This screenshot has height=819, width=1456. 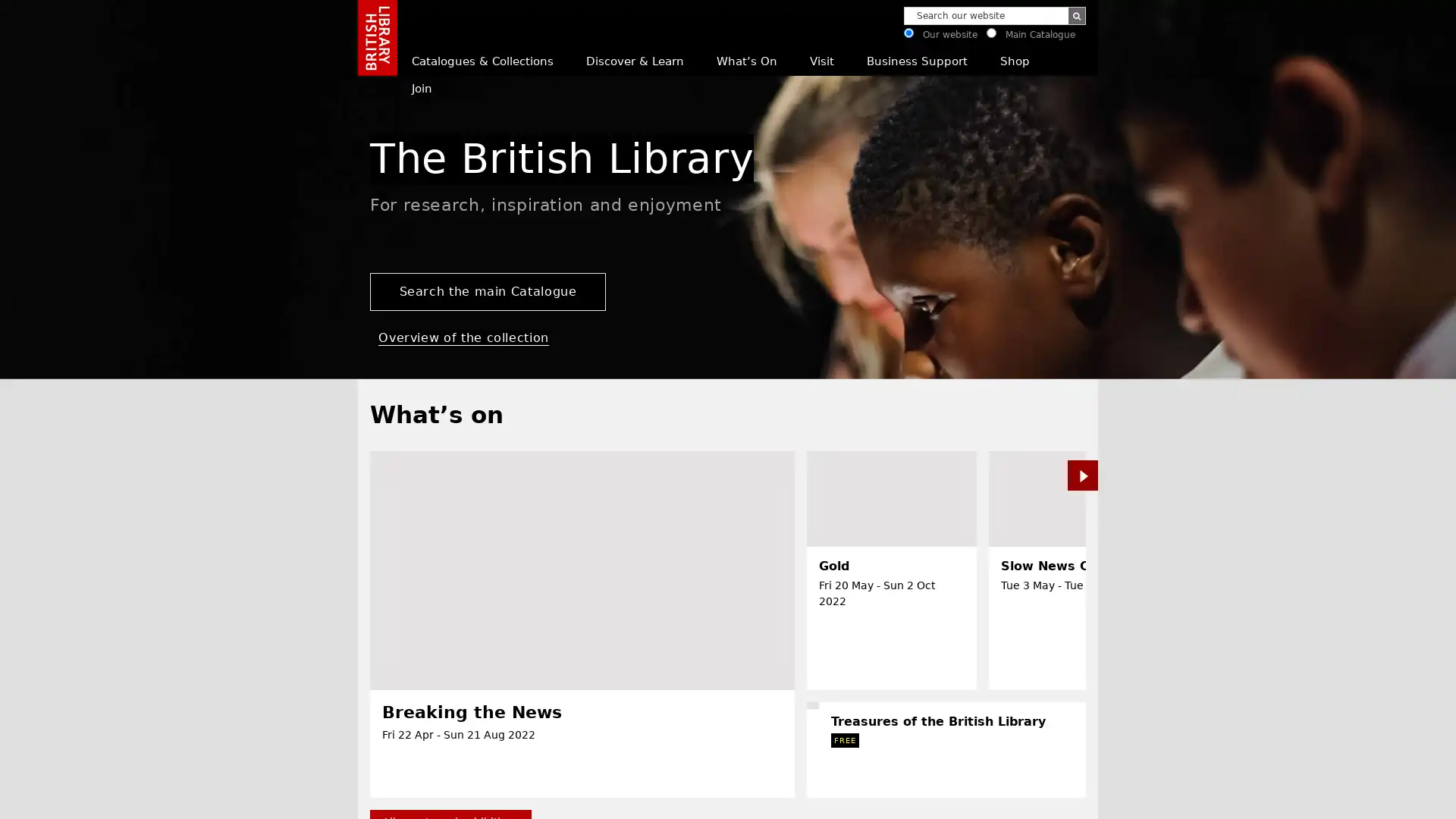 I want to click on Next, so click(x=1347, y=797).